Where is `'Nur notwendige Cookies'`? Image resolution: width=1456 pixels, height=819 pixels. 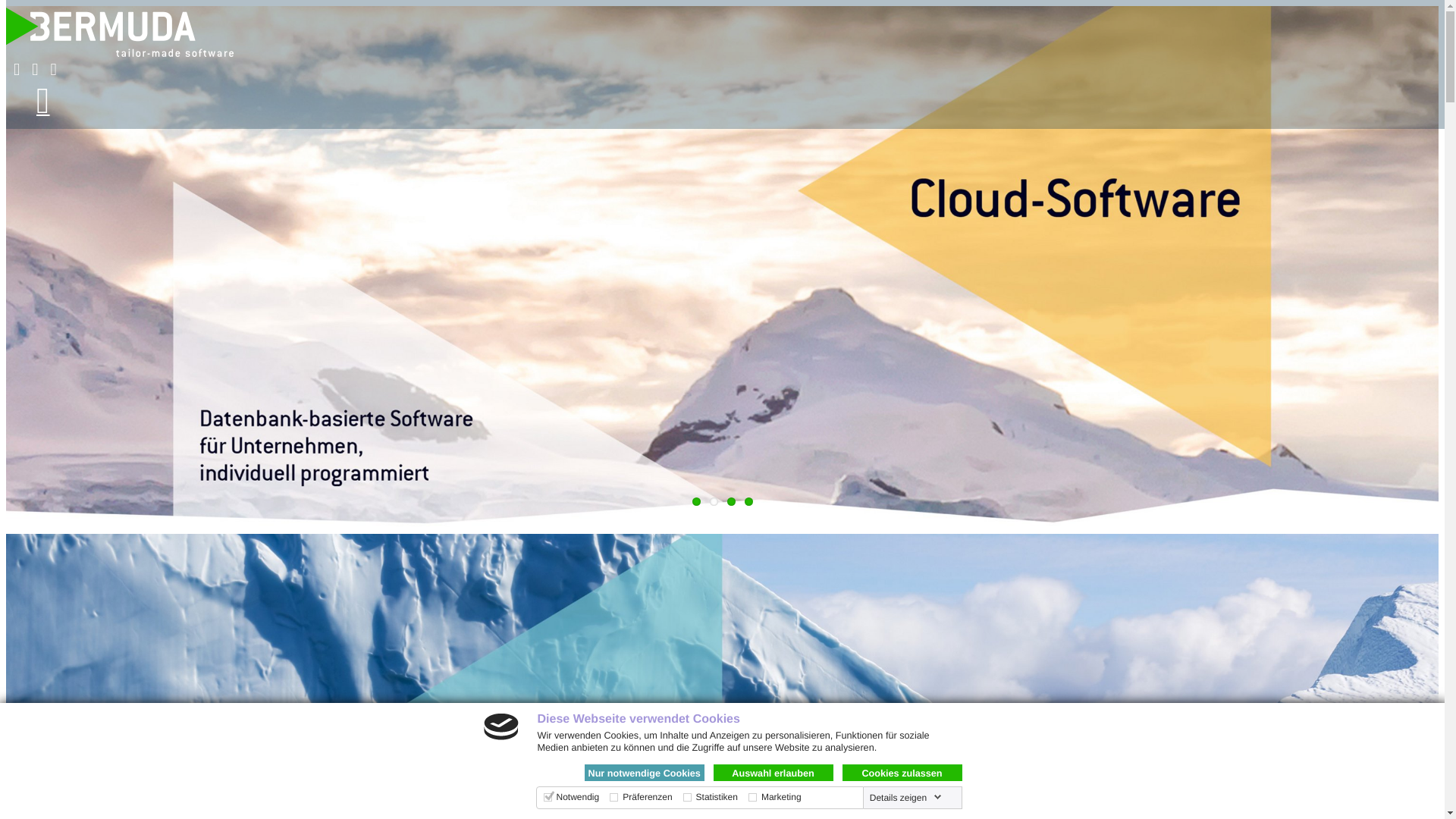
'Nur notwendige Cookies' is located at coordinates (644, 772).